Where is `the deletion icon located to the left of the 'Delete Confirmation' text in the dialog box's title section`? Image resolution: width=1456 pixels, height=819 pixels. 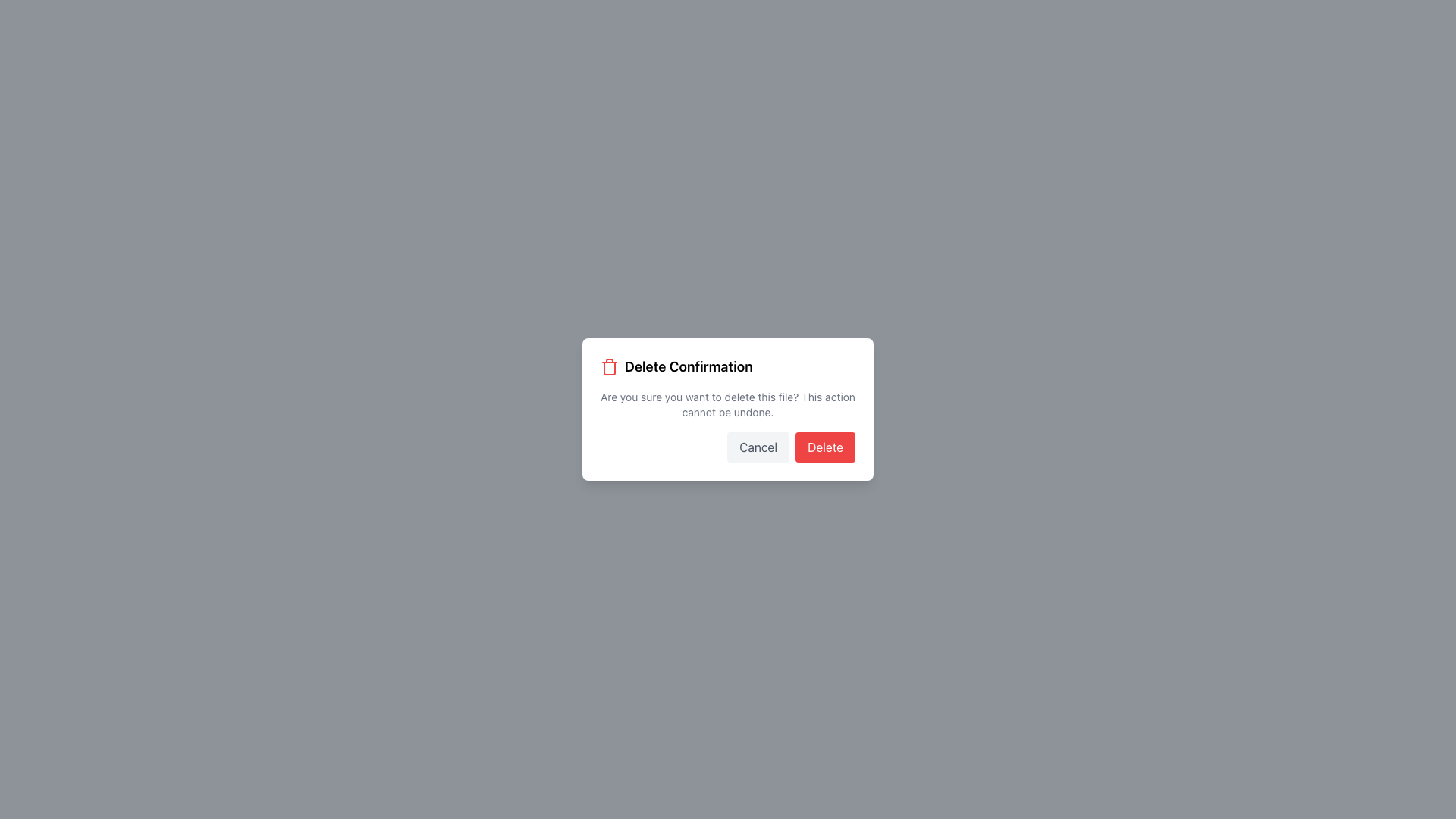 the deletion icon located to the left of the 'Delete Confirmation' text in the dialog box's title section is located at coordinates (610, 366).